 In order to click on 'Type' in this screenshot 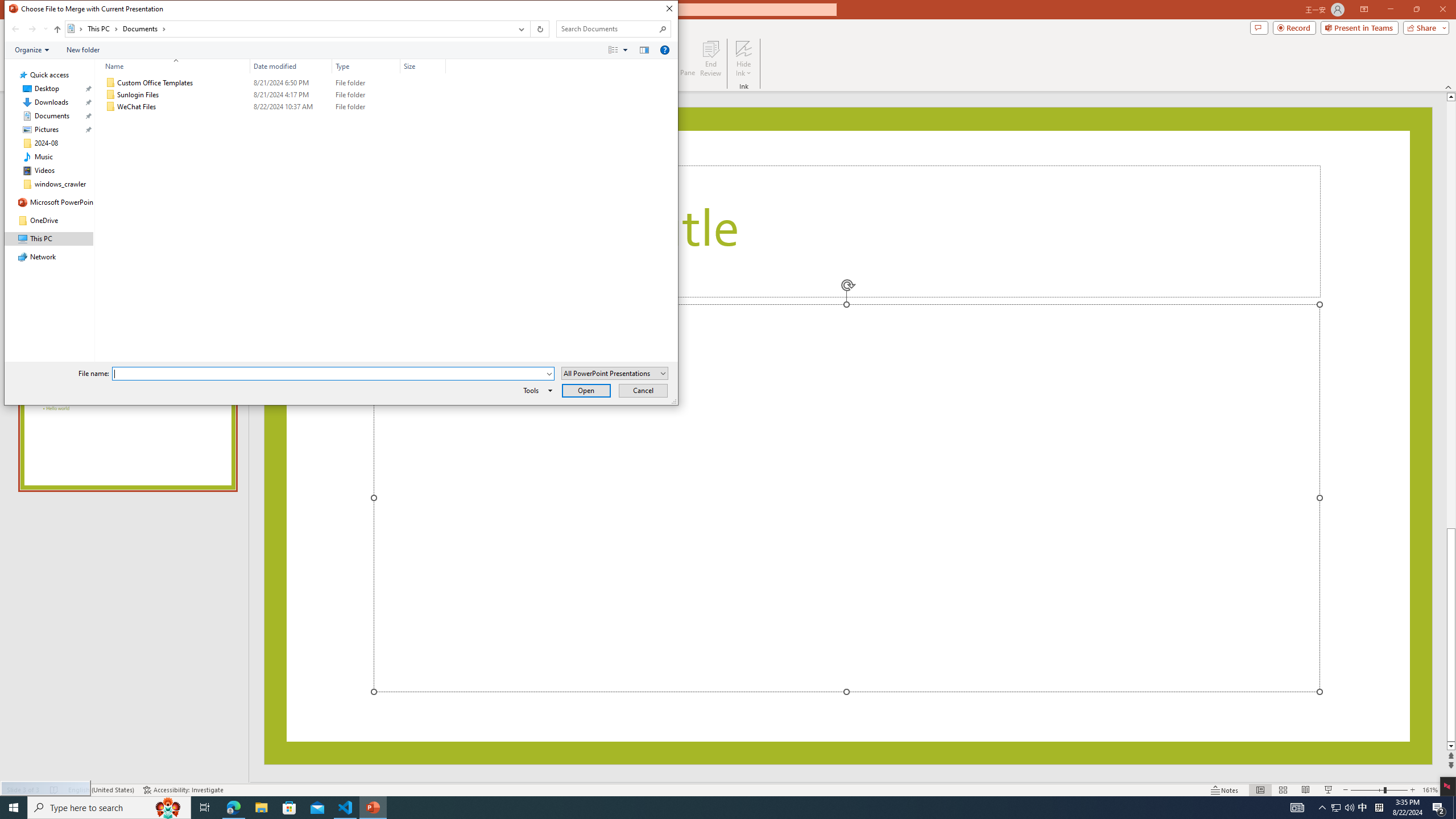, I will do `click(366, 65)`.